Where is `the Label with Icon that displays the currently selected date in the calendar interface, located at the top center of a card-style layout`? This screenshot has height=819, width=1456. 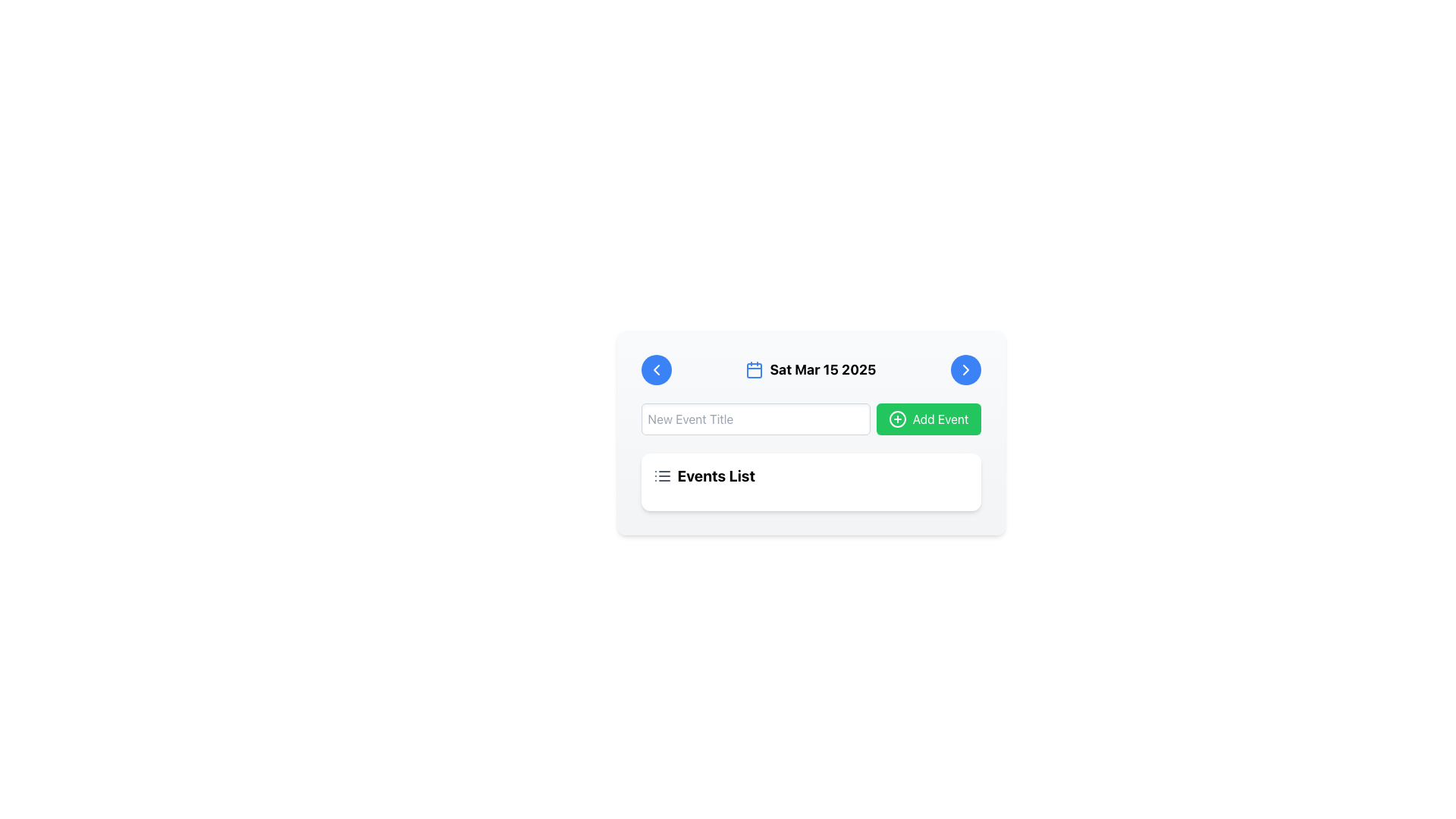 the Label with Icon that displays the currently selected date in the calendar interface, located at the top center of a card-style layout is located at coordinates (810, 370).